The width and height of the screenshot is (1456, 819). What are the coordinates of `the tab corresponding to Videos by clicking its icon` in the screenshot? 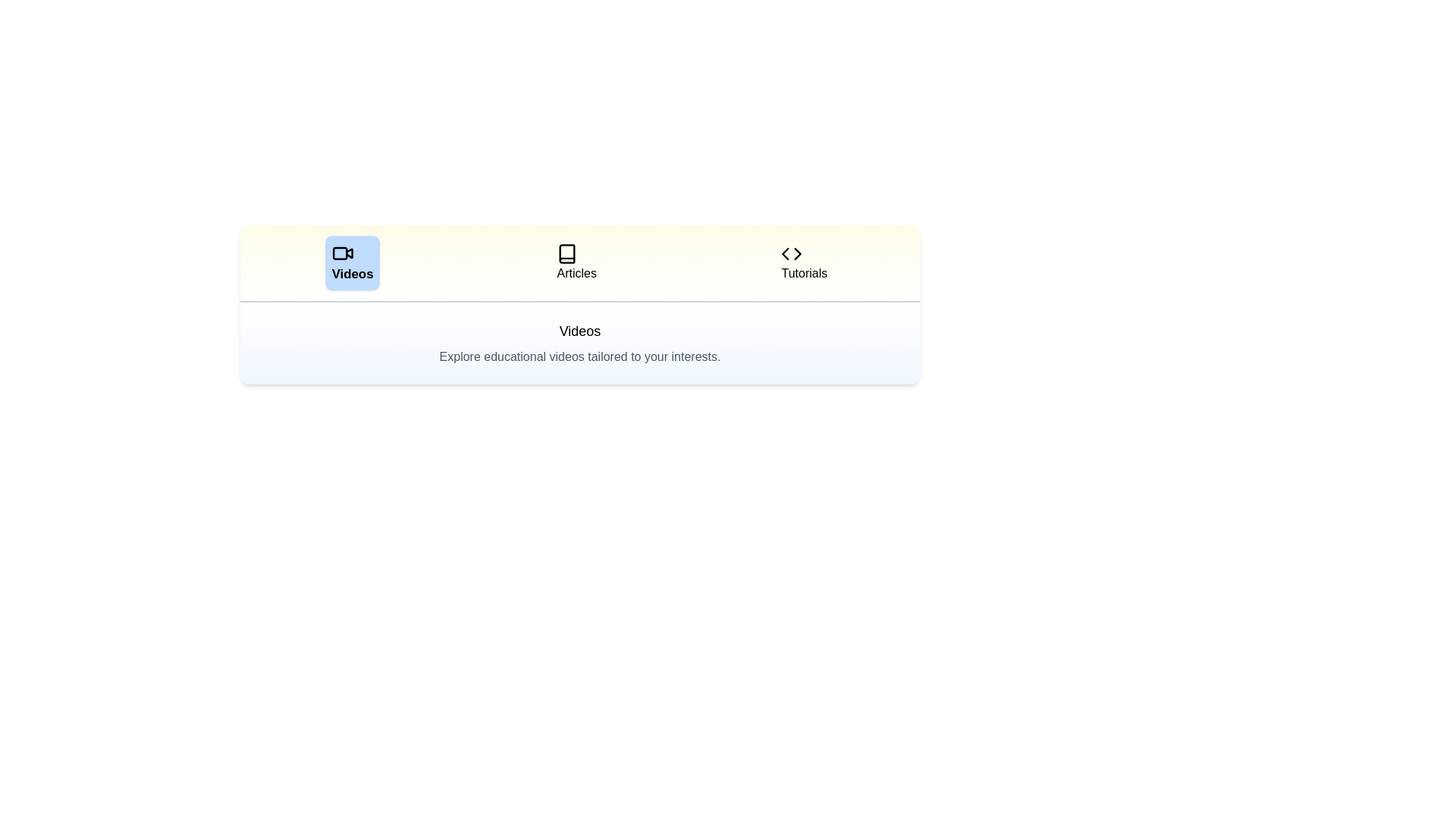 It's located at (351, 262).